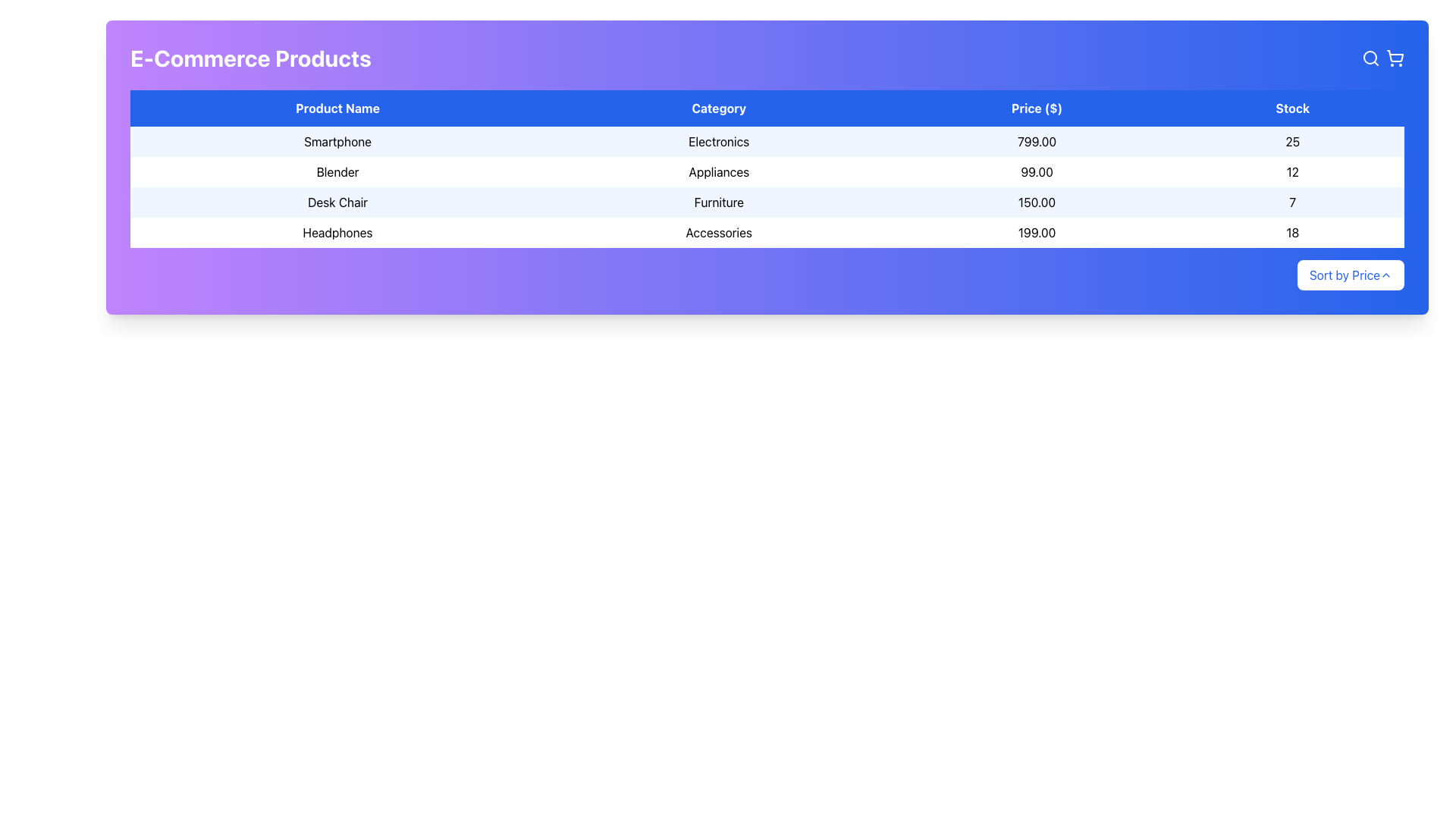  I want to click on the first column header of the table that labels product names, positioned on the far left among the siblings in the header row, so click(337, 107).